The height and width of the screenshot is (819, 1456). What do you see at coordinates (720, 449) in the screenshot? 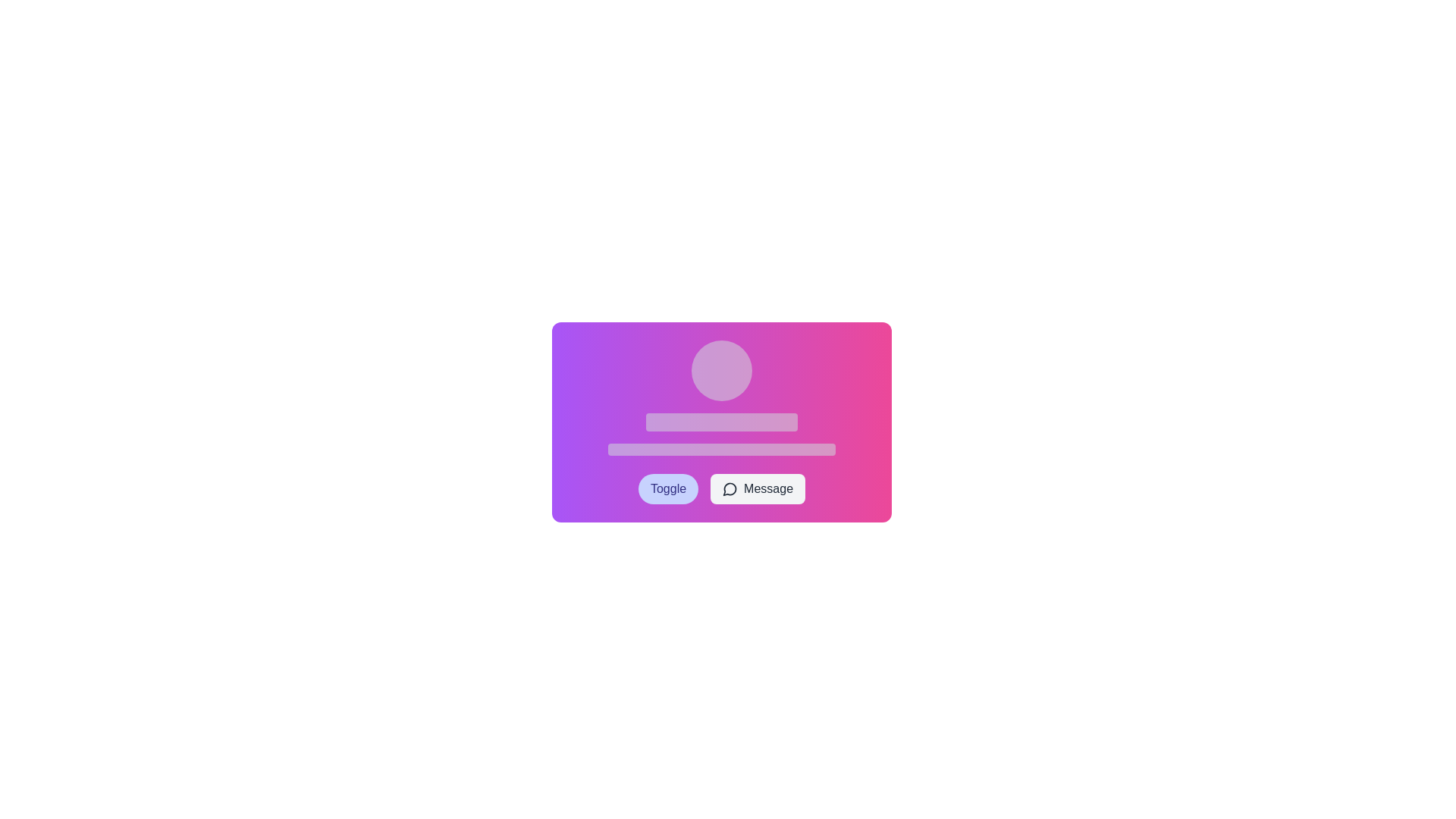
I see `the Placeholder bar or progress bar, which is a rectangular element with a soft rounded border and a gray fill color, located near the bottom of a vertically-aligned group of UI elements` at bounding box center [720, 449].